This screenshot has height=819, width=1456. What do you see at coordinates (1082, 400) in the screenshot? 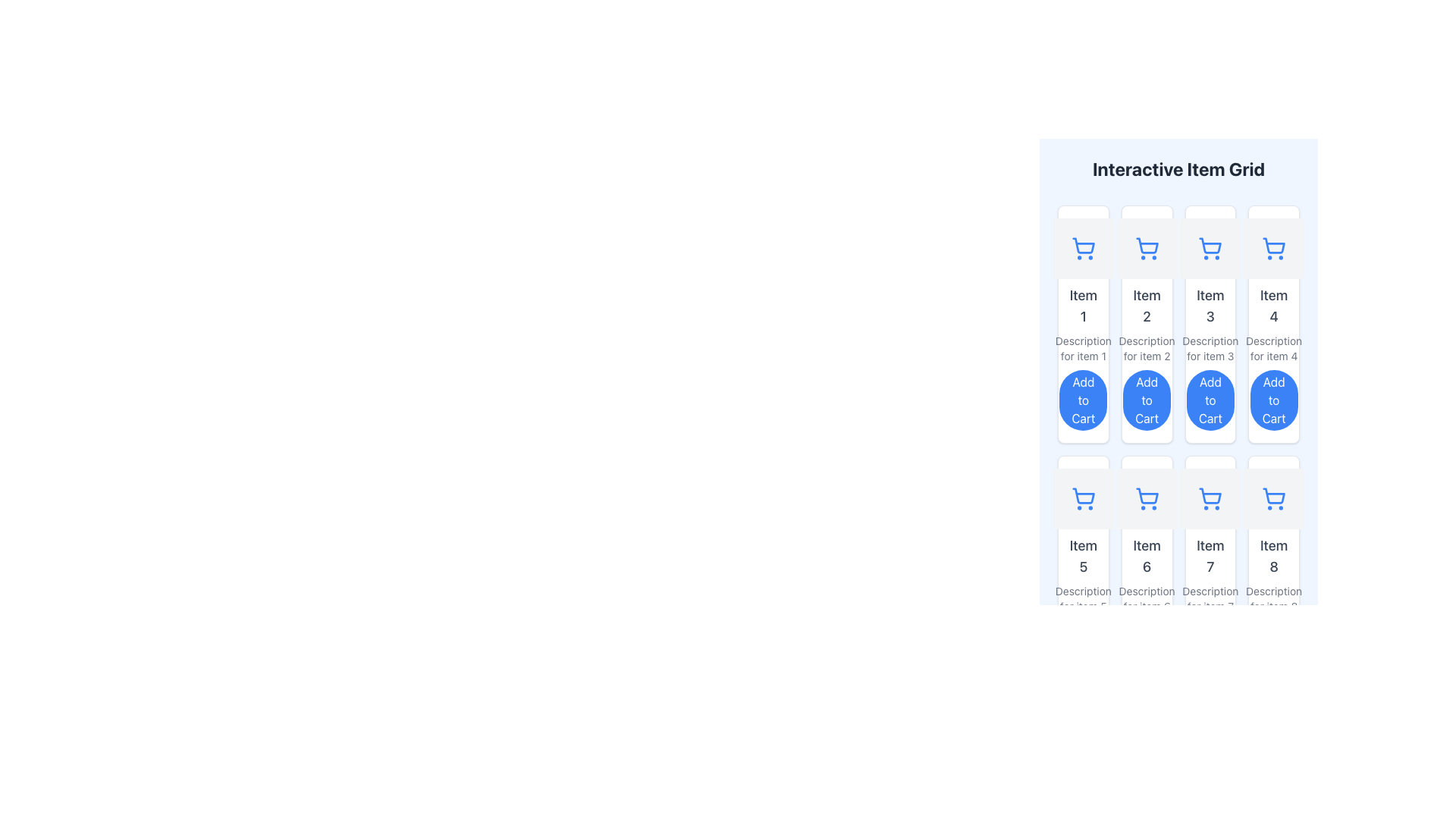
I see `the 'Add to Cart' button located at the bottom of the 'Item 1' card, directly below the description text` at bounding box center [1082, 400].